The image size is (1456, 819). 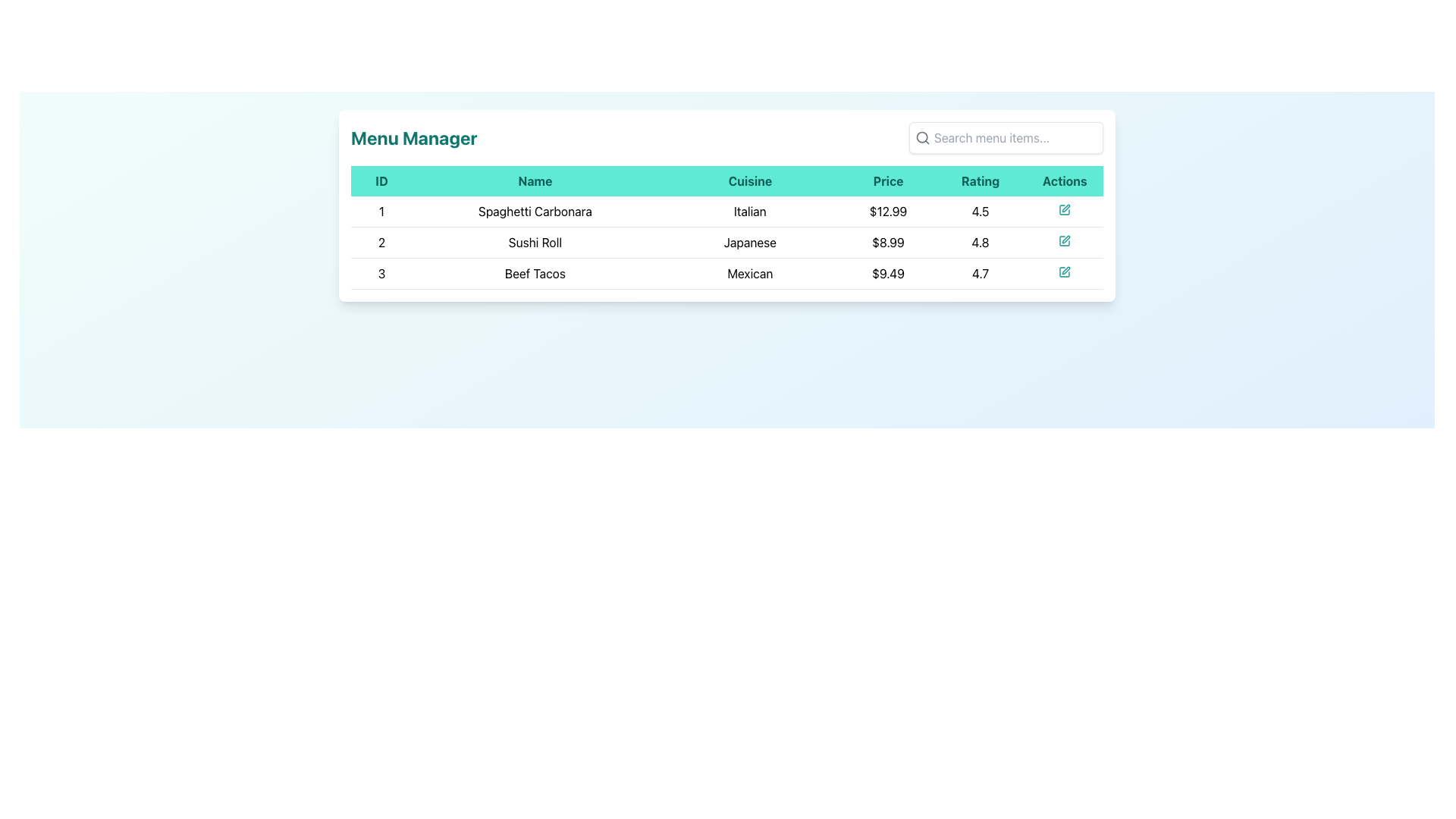 I want to click on the teal-colored edit button with a pen symbol located under the 'Actions' column for the 'Sushi Roll' item, so click(x=1064, y=240).